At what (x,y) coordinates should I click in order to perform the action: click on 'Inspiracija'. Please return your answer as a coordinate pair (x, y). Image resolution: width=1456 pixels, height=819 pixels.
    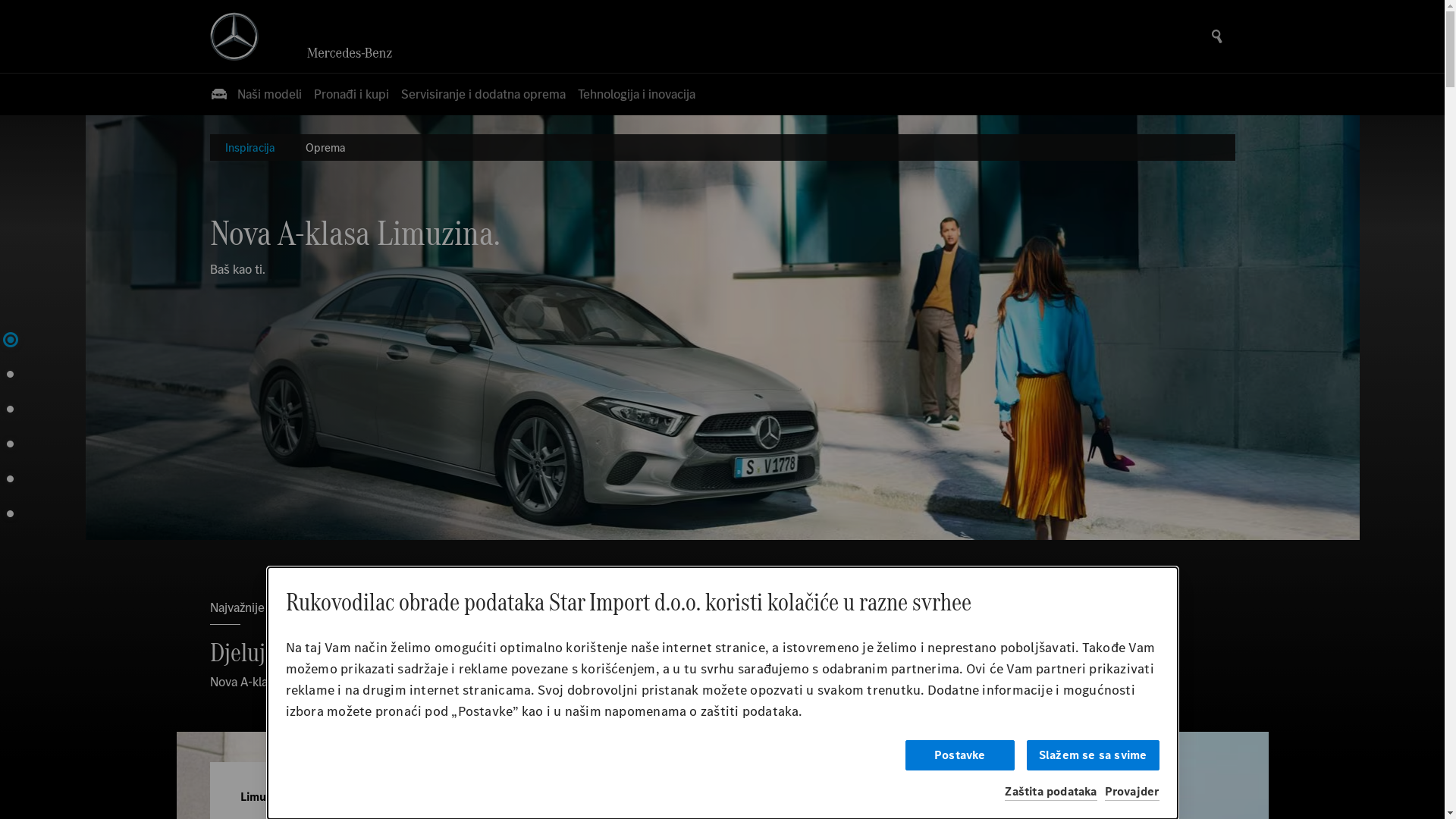
    Looking at the image, I should click on (249, 147).